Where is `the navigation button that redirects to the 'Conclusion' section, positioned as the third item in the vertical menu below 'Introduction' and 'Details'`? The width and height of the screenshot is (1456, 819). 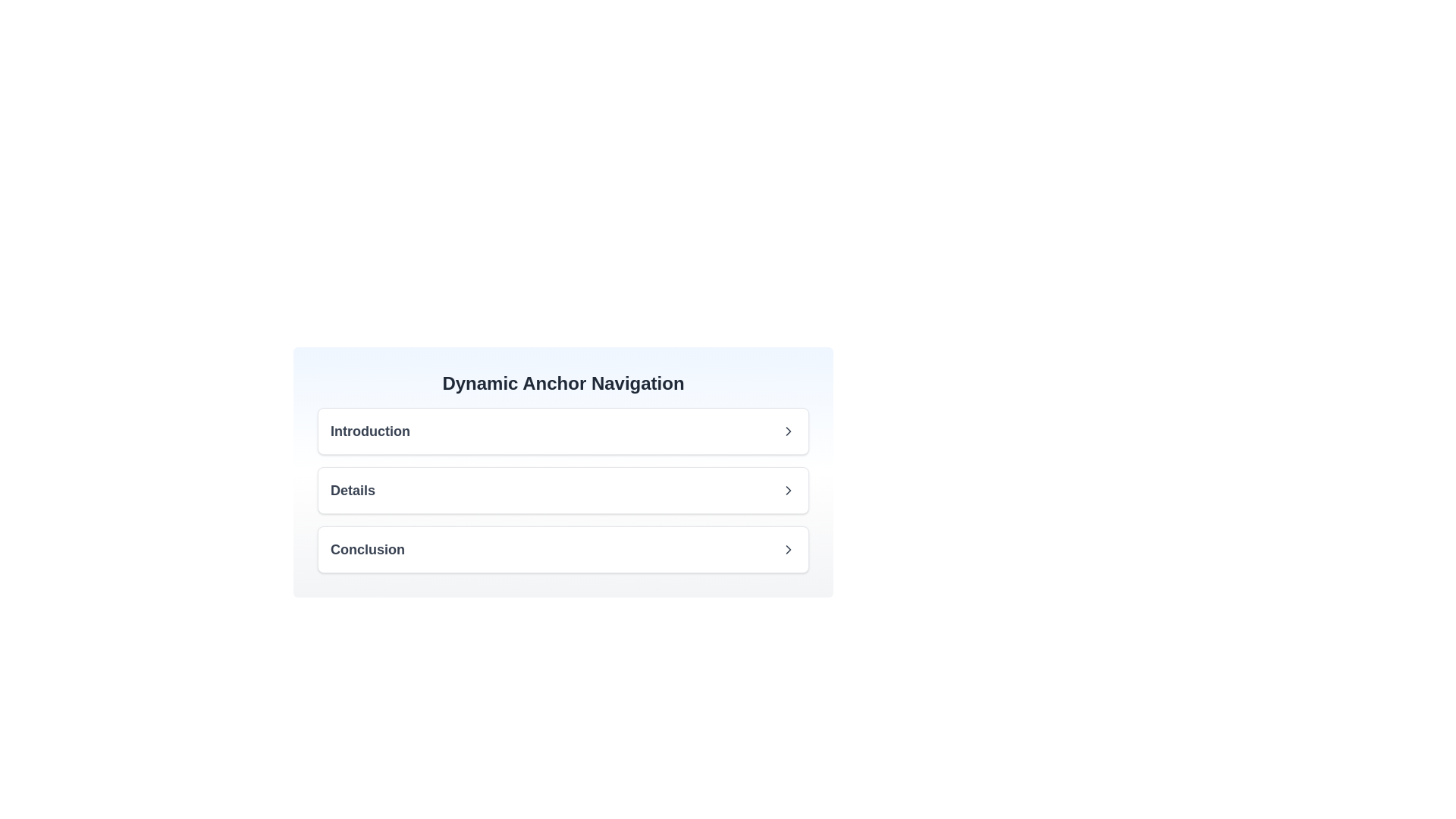
the navigation button that redirects to the 'Conclusion' section, positioned as the third item in the vertical menu below 'Introduction' and 'Details' is located at coordinates (563, 550).